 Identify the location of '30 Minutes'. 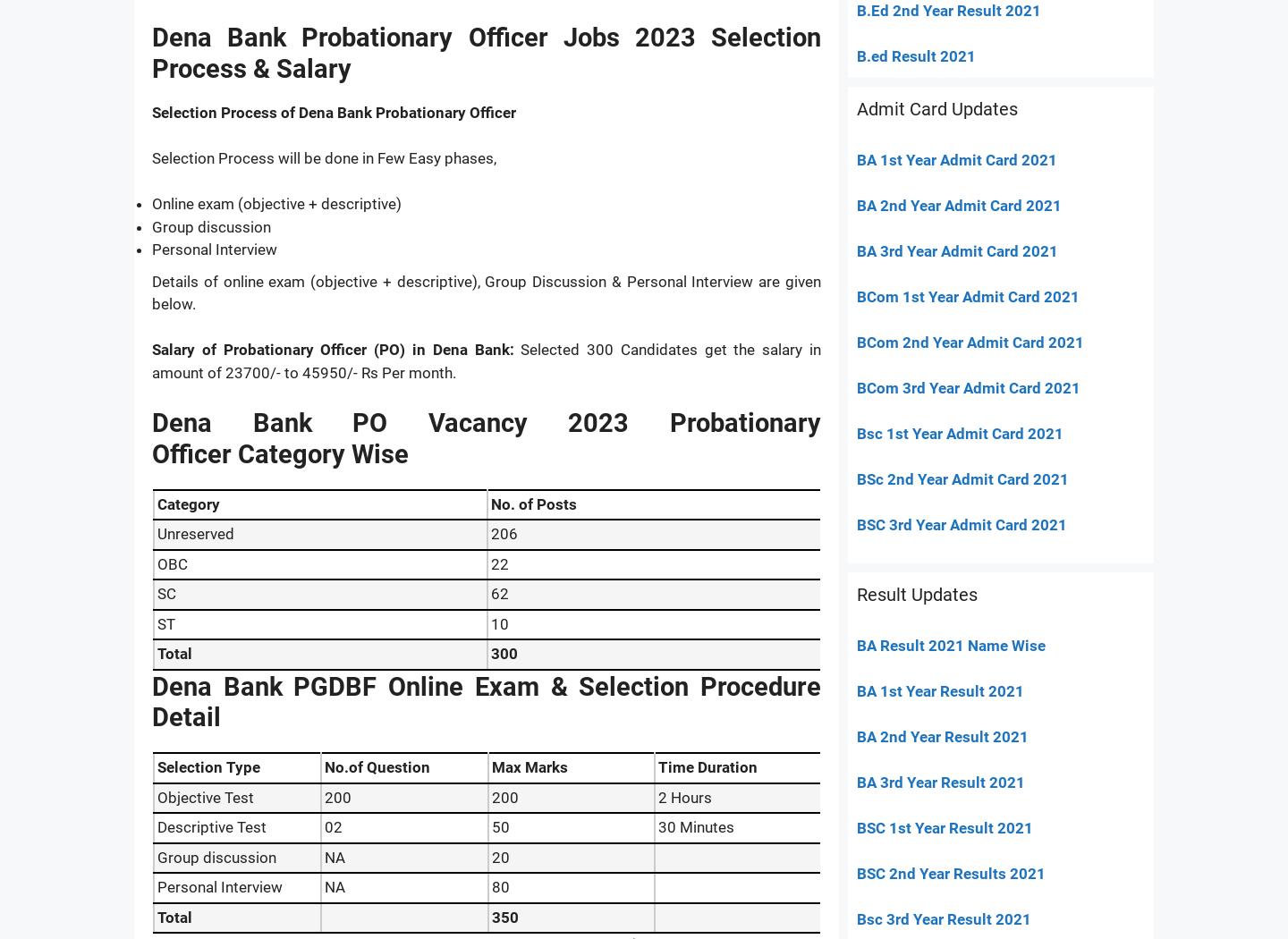
(694, 827).